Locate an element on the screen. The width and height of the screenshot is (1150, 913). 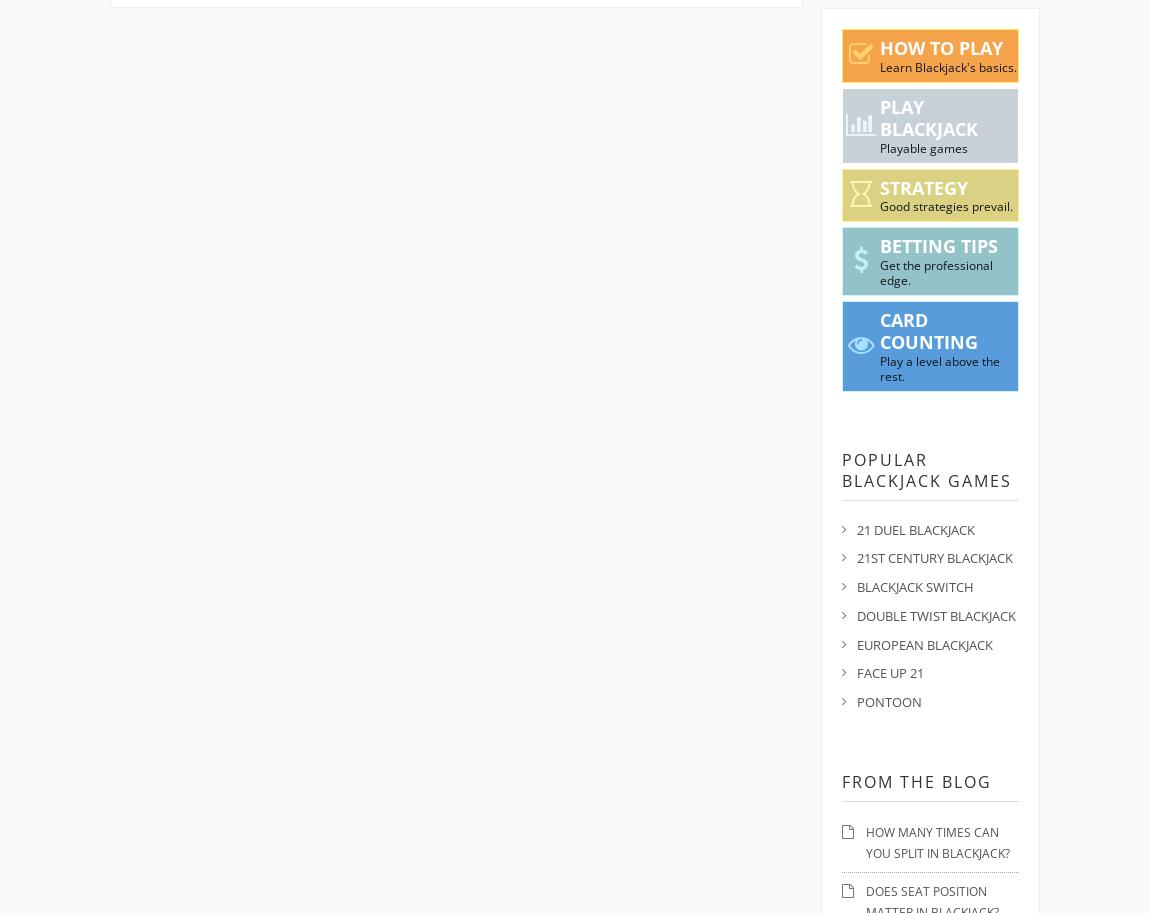
'strategy' is located at coordinates (922, 186).